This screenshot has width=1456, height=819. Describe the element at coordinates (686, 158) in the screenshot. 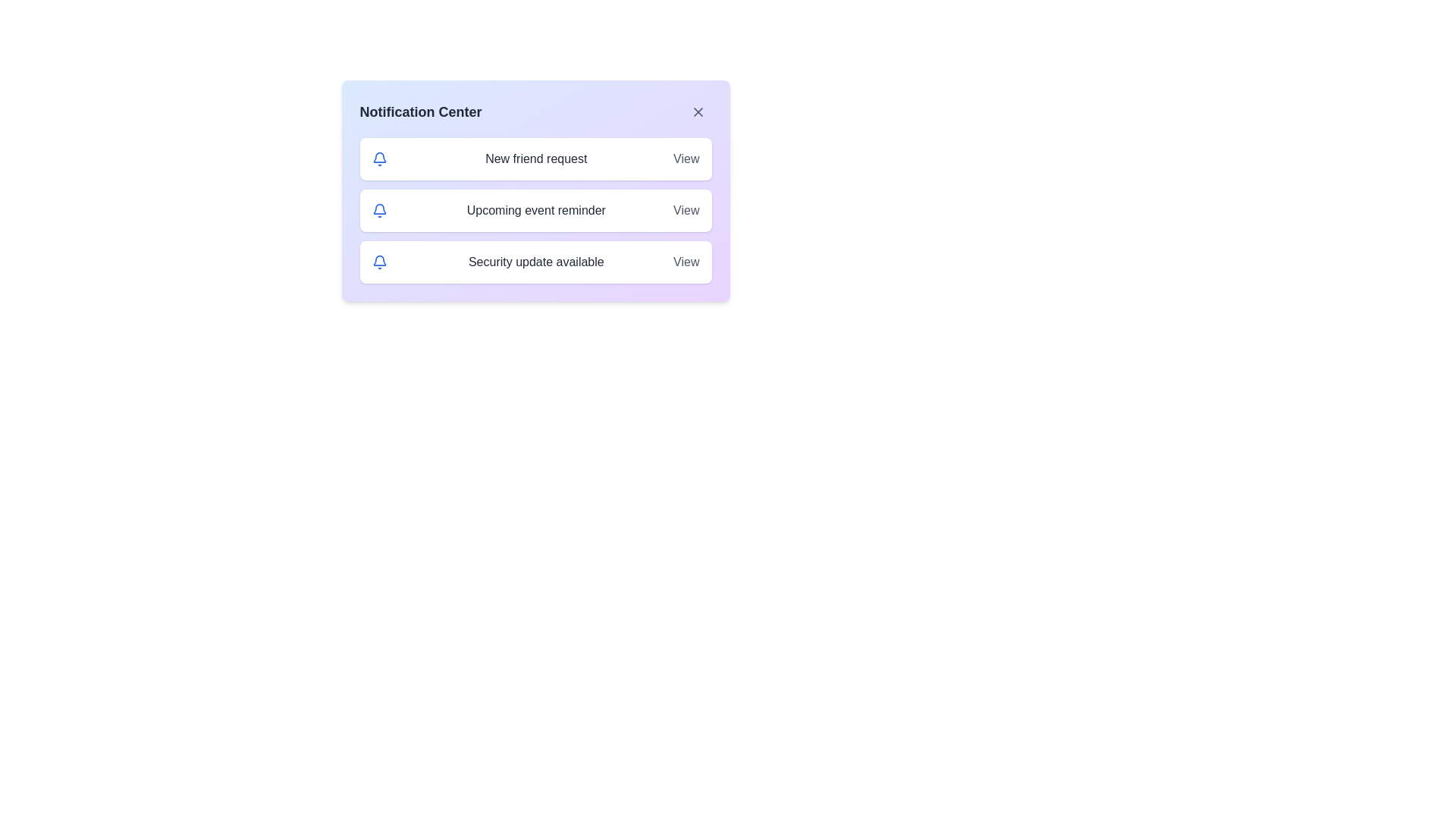

I see `'View' button corresponding to the notification New friend request` at that location.